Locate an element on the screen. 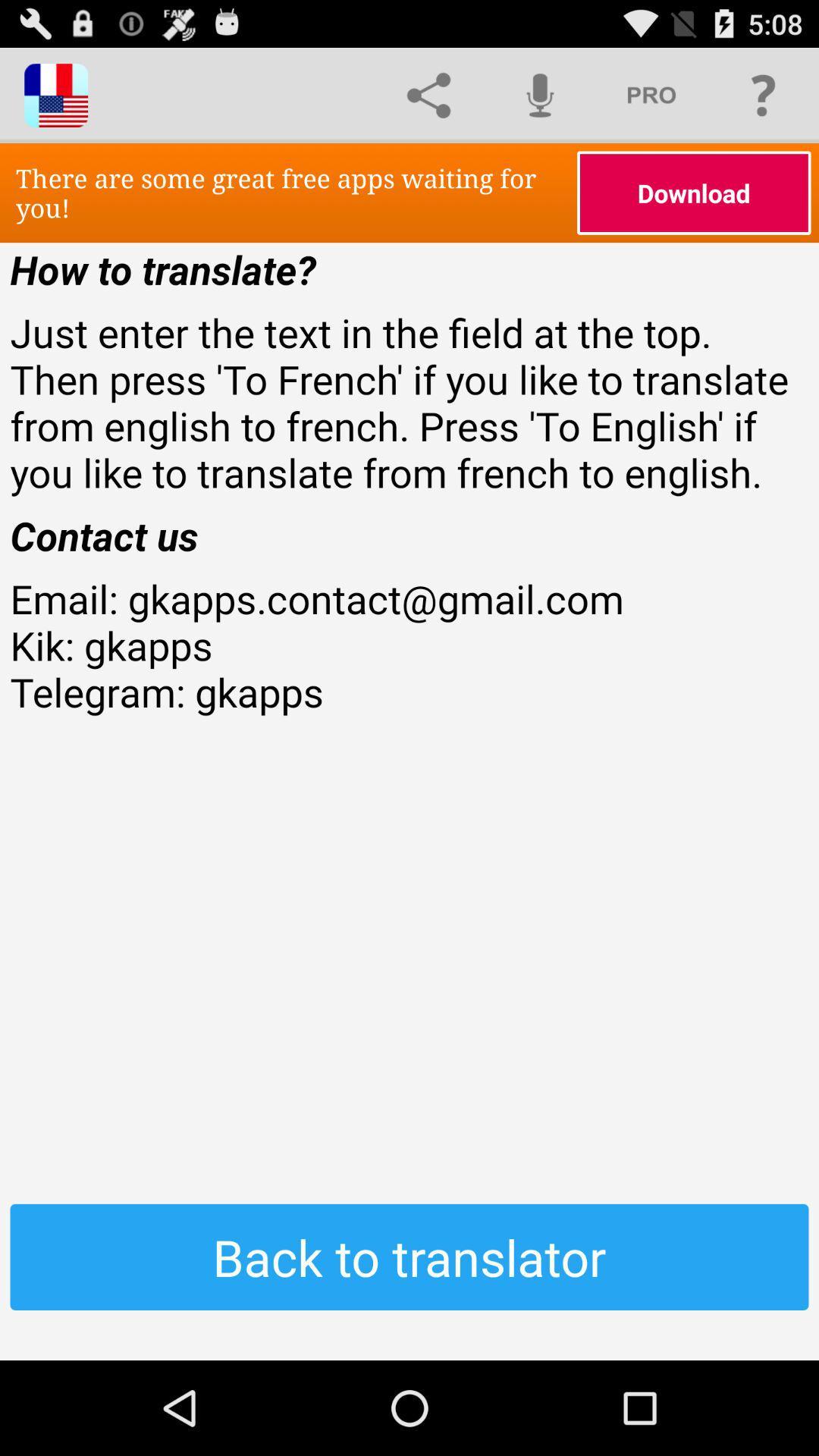  button at the bottom is located at coordinates (409, 1257).